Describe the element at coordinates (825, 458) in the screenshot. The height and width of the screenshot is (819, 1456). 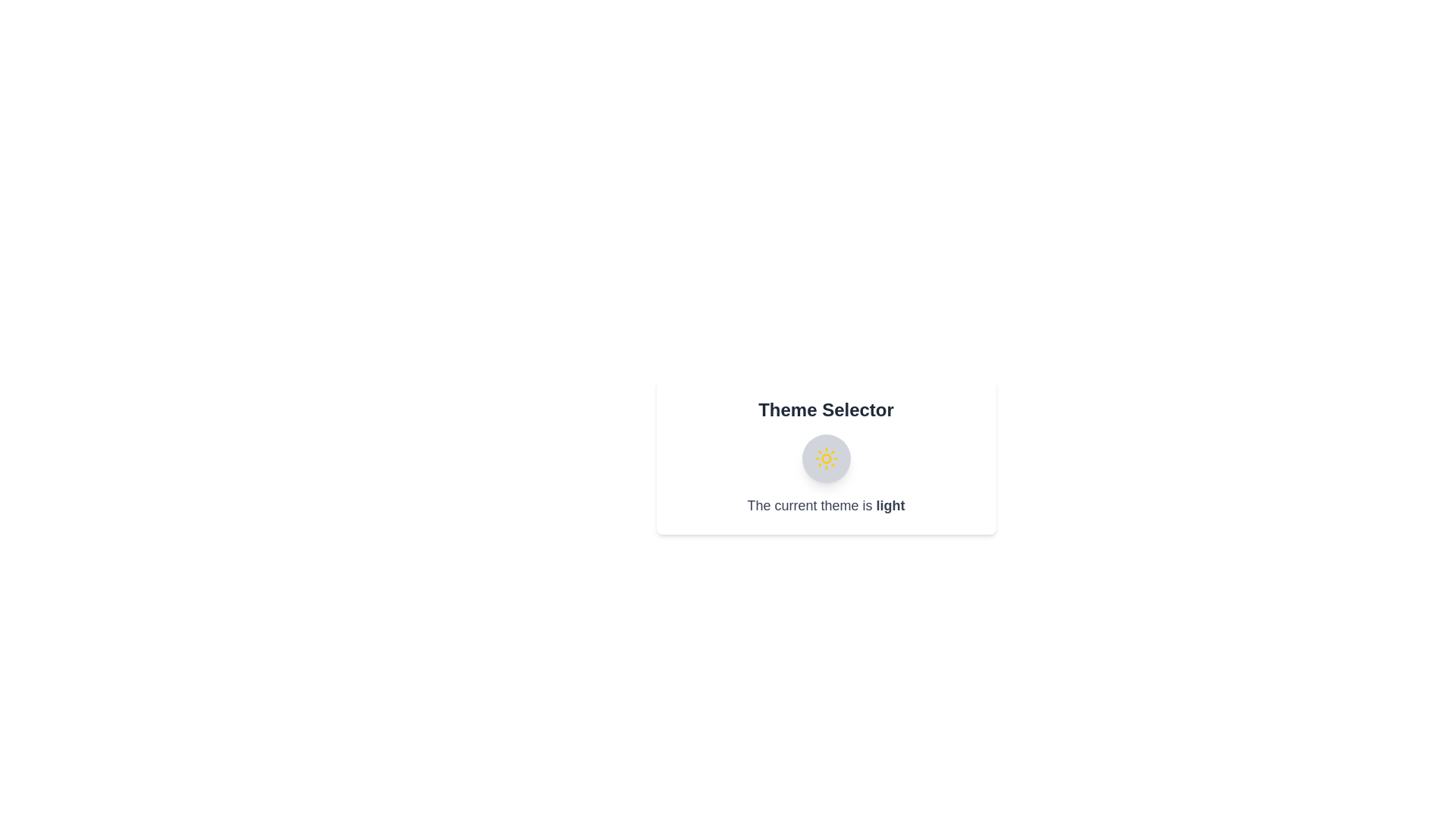
I see `the theme toggle button to switch the theme` at that location.